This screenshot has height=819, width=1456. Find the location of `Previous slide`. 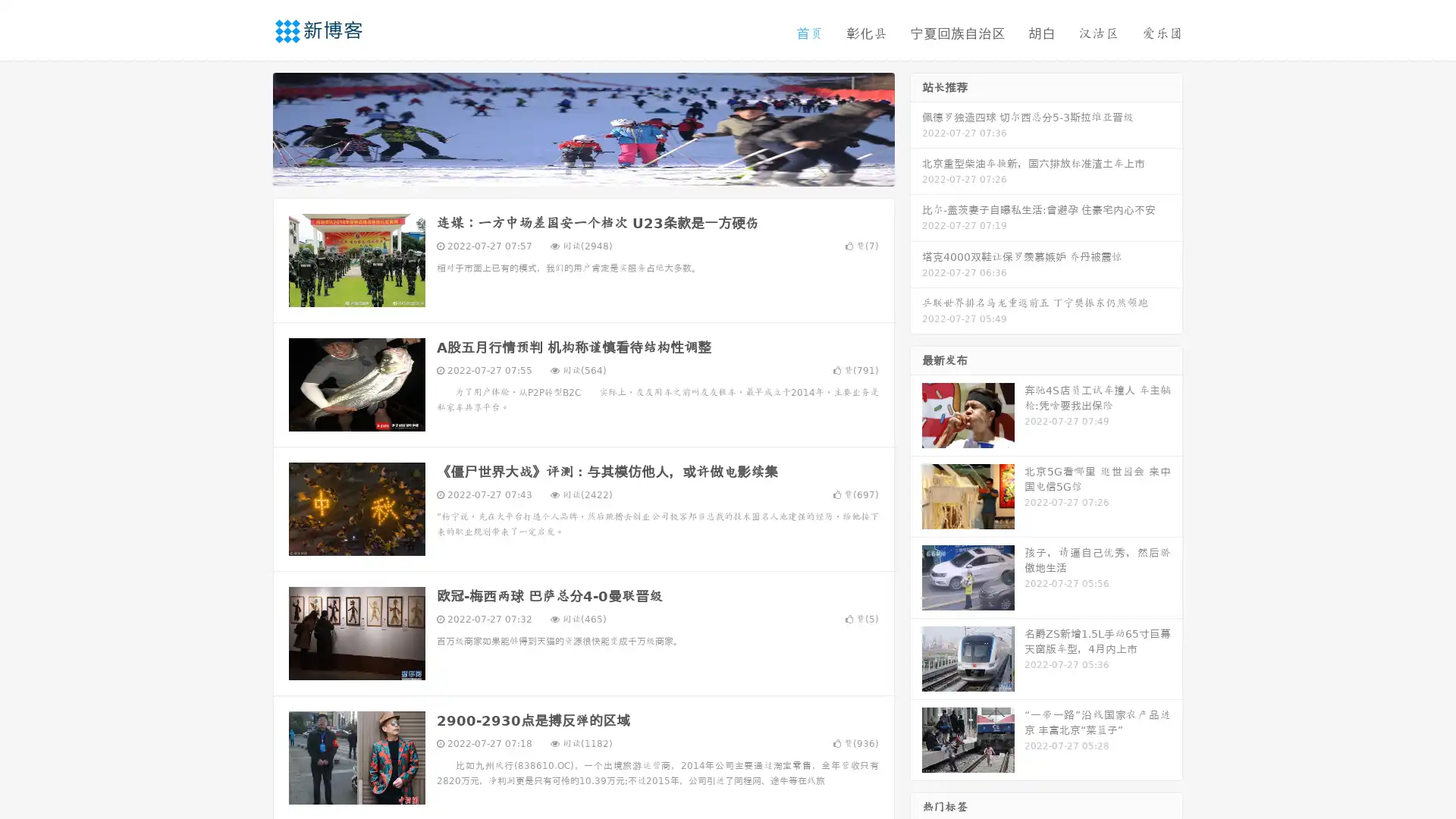

Previous slide is located at coordinates (250, 127).